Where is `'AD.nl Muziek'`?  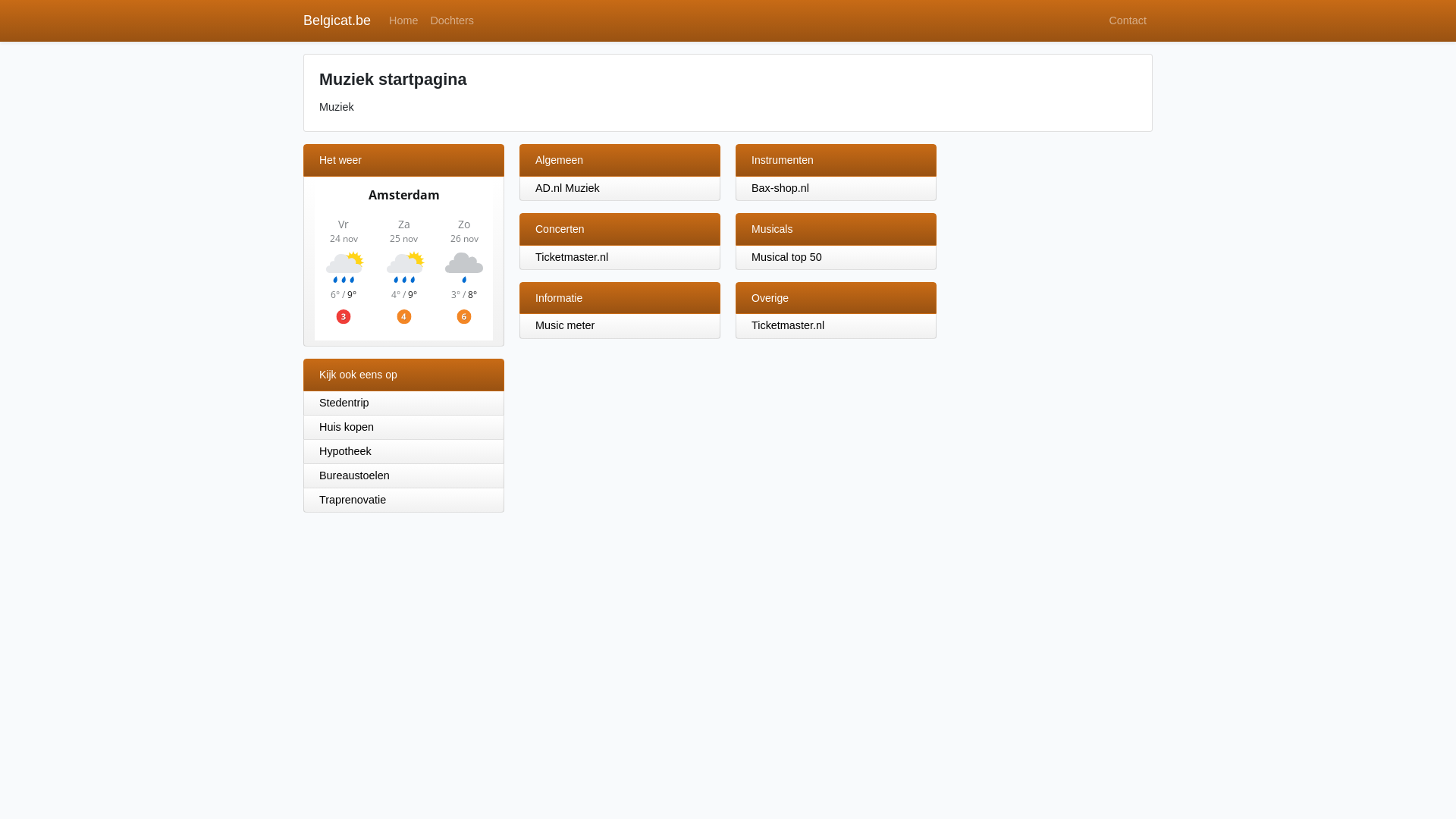
'AD.nl Muziek' is located at coordinates (566, 187).